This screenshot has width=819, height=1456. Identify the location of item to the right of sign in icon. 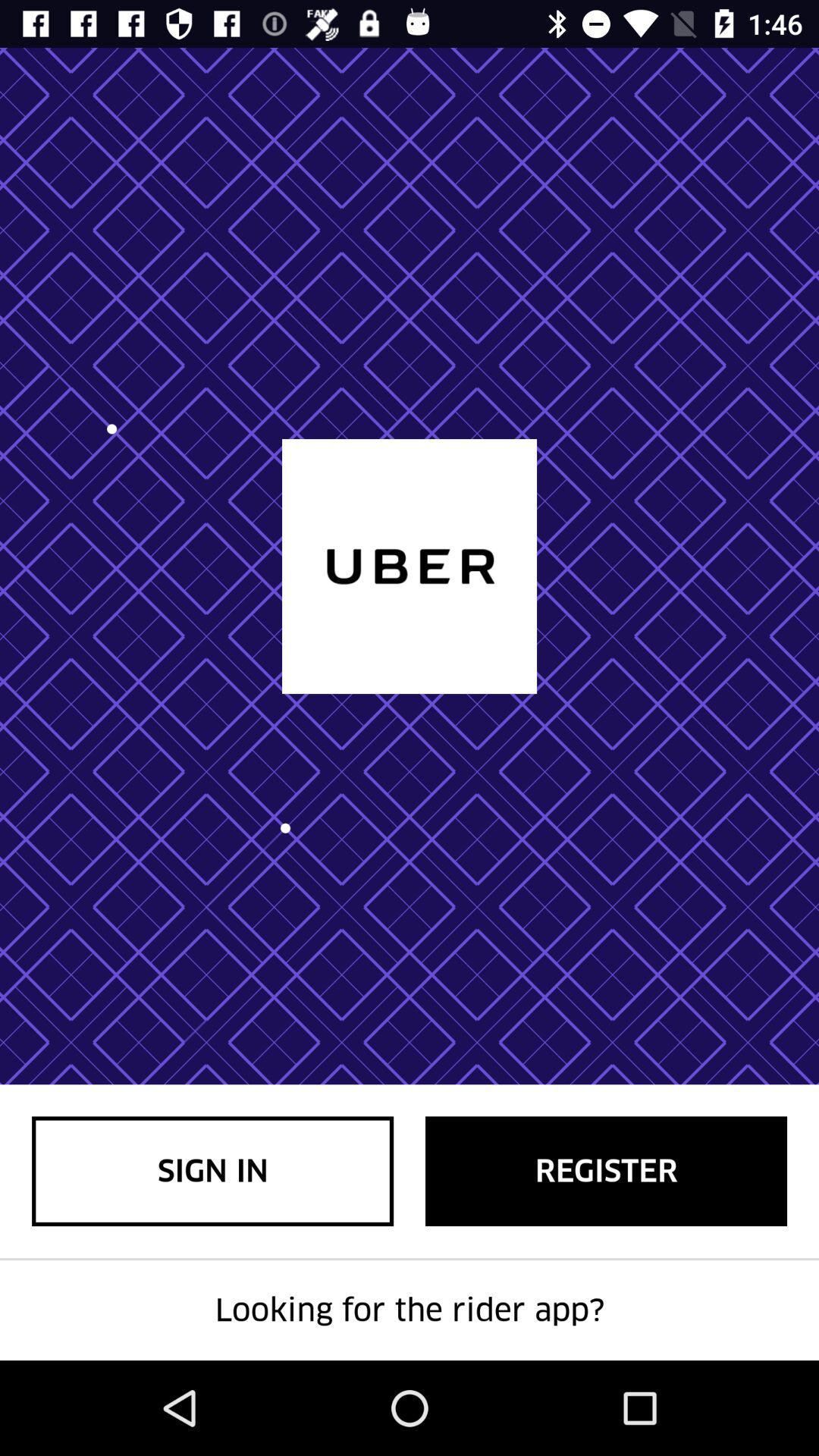
(605, 1170).